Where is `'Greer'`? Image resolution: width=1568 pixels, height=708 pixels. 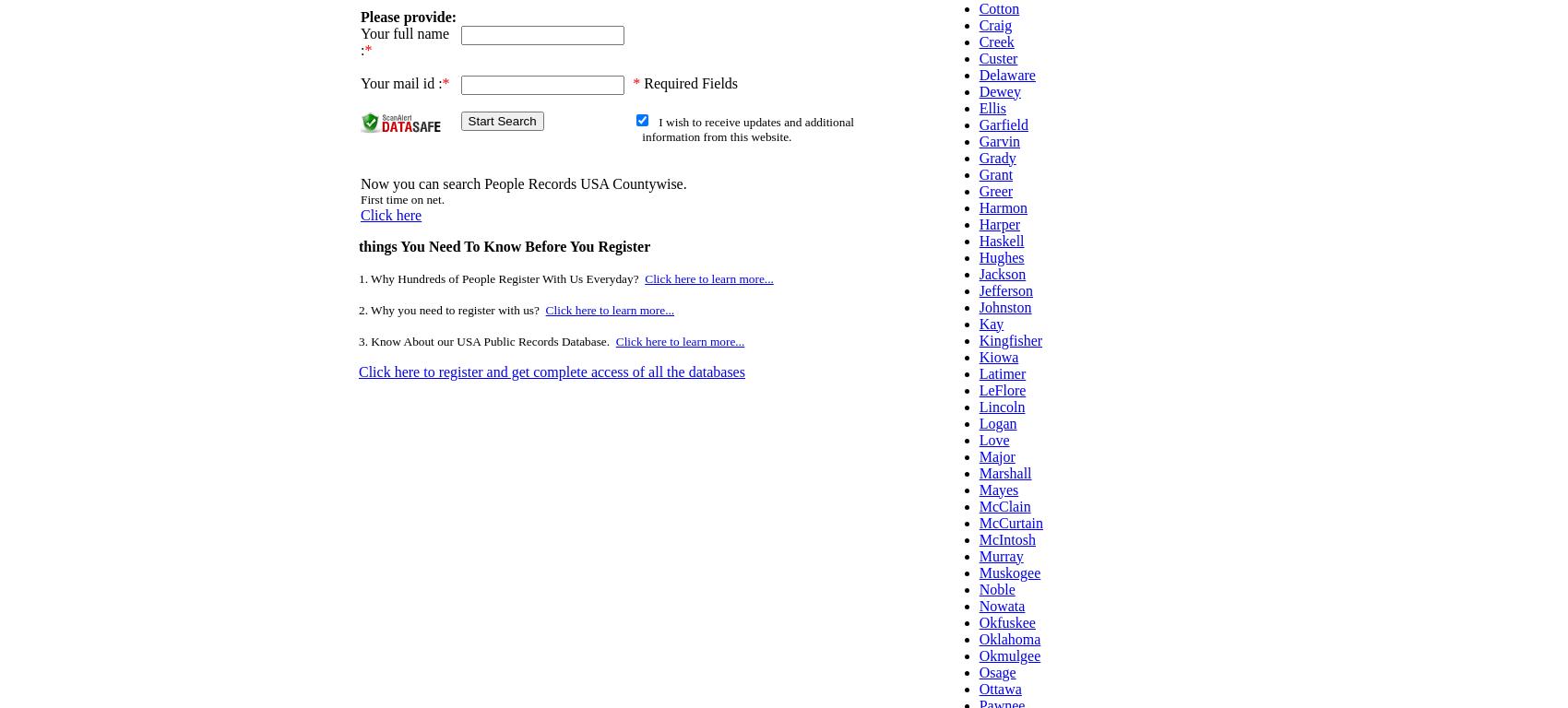
'Greer' is located at coordinates (977, 189).